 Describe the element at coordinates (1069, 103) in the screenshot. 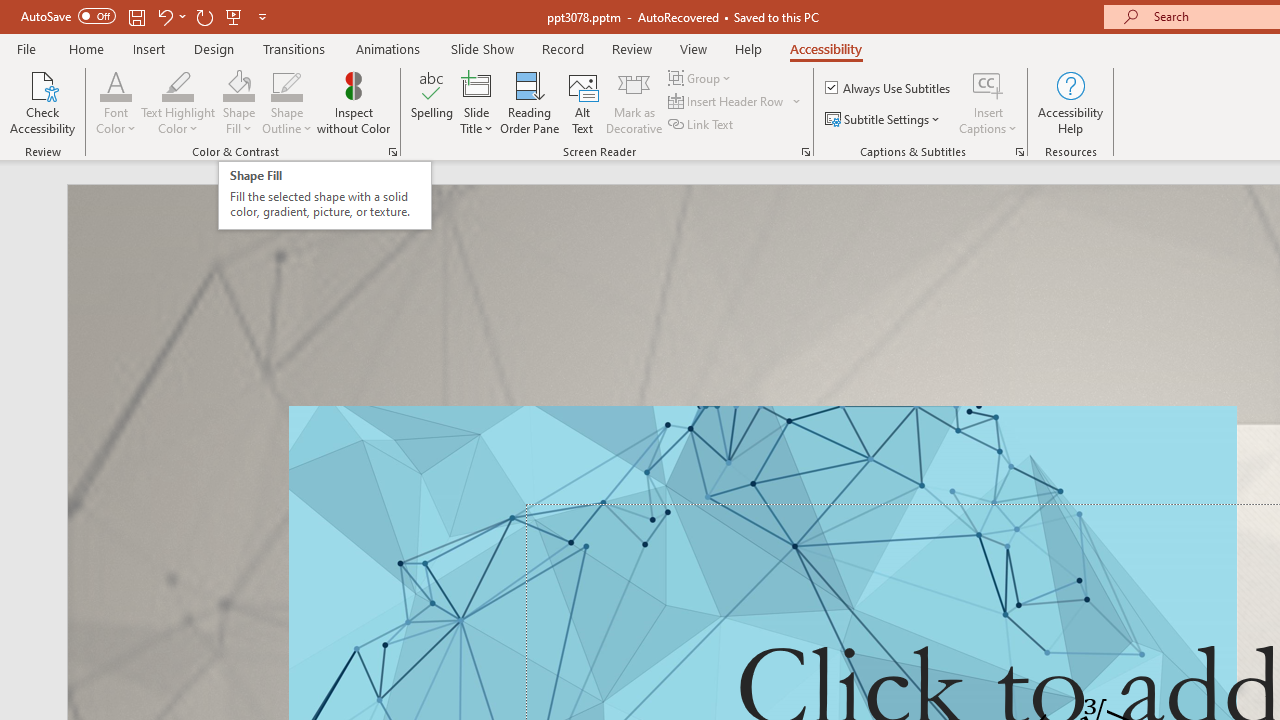

I see `'Accessibility Help'` at that location.